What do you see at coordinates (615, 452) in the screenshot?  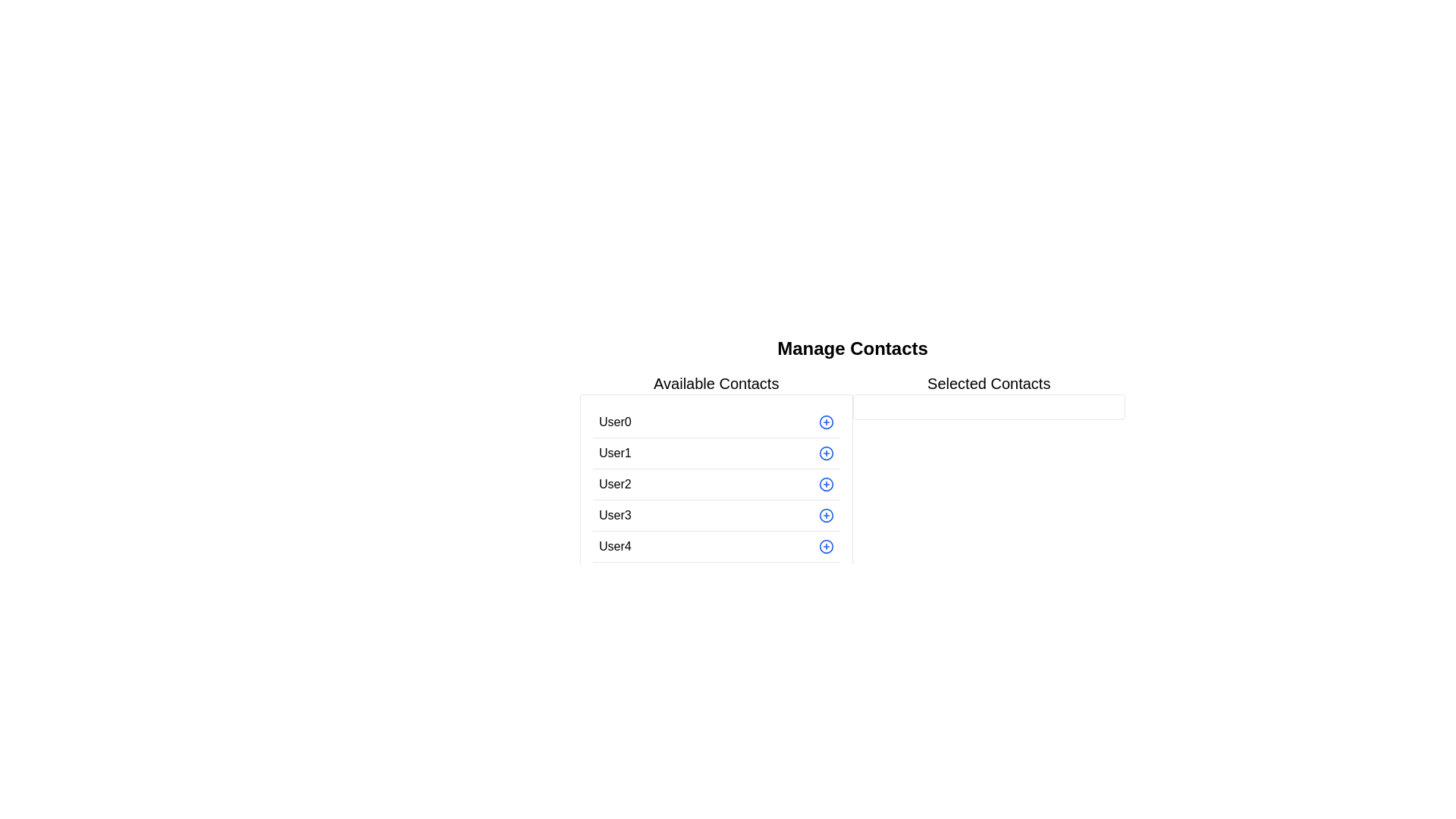 I see `the contact identifier text element for 'User1' in the 'Available Contacts' list` at bounding box center [615, 452].